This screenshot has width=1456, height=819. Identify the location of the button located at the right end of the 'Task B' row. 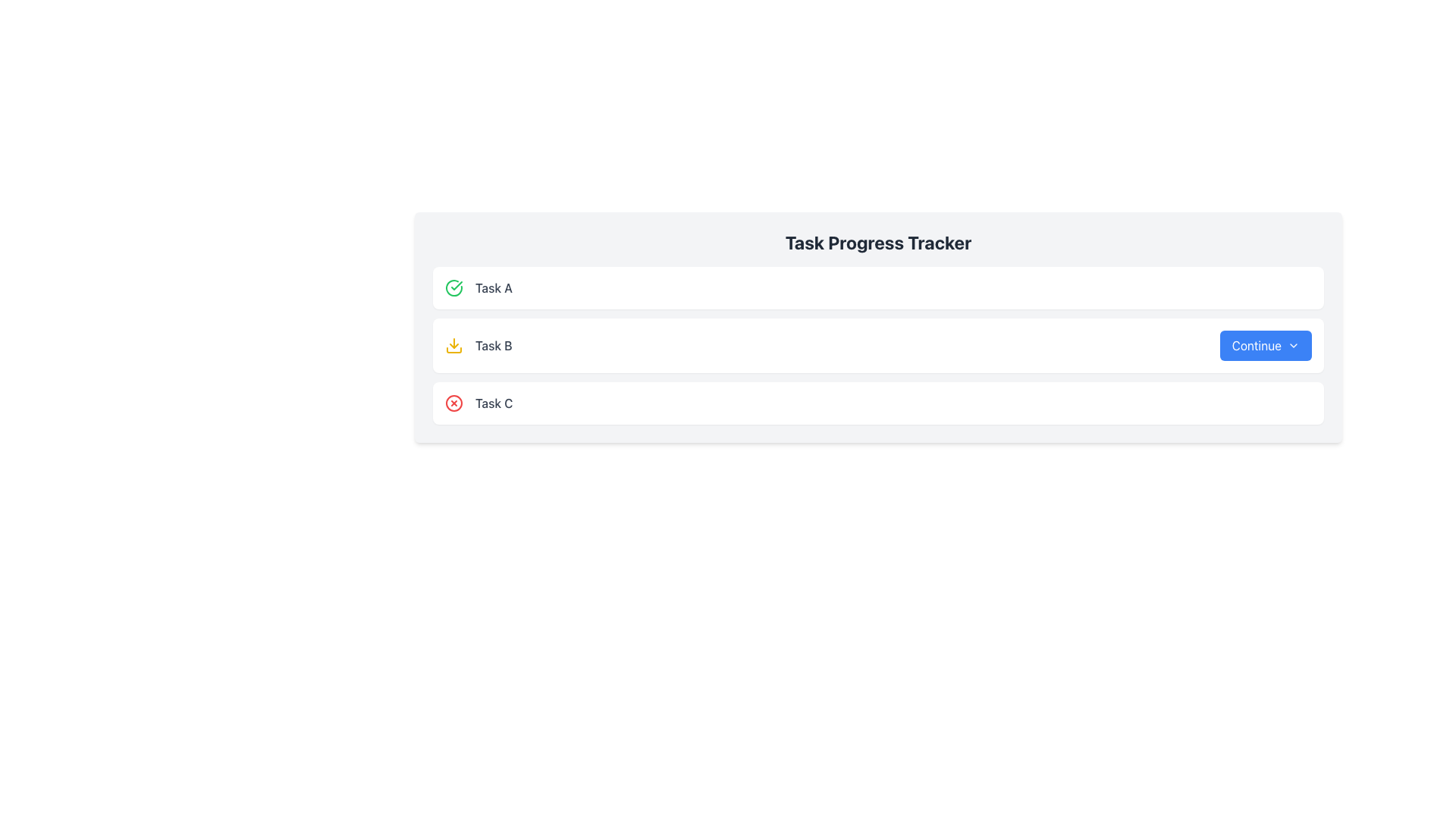
(1266, 345).